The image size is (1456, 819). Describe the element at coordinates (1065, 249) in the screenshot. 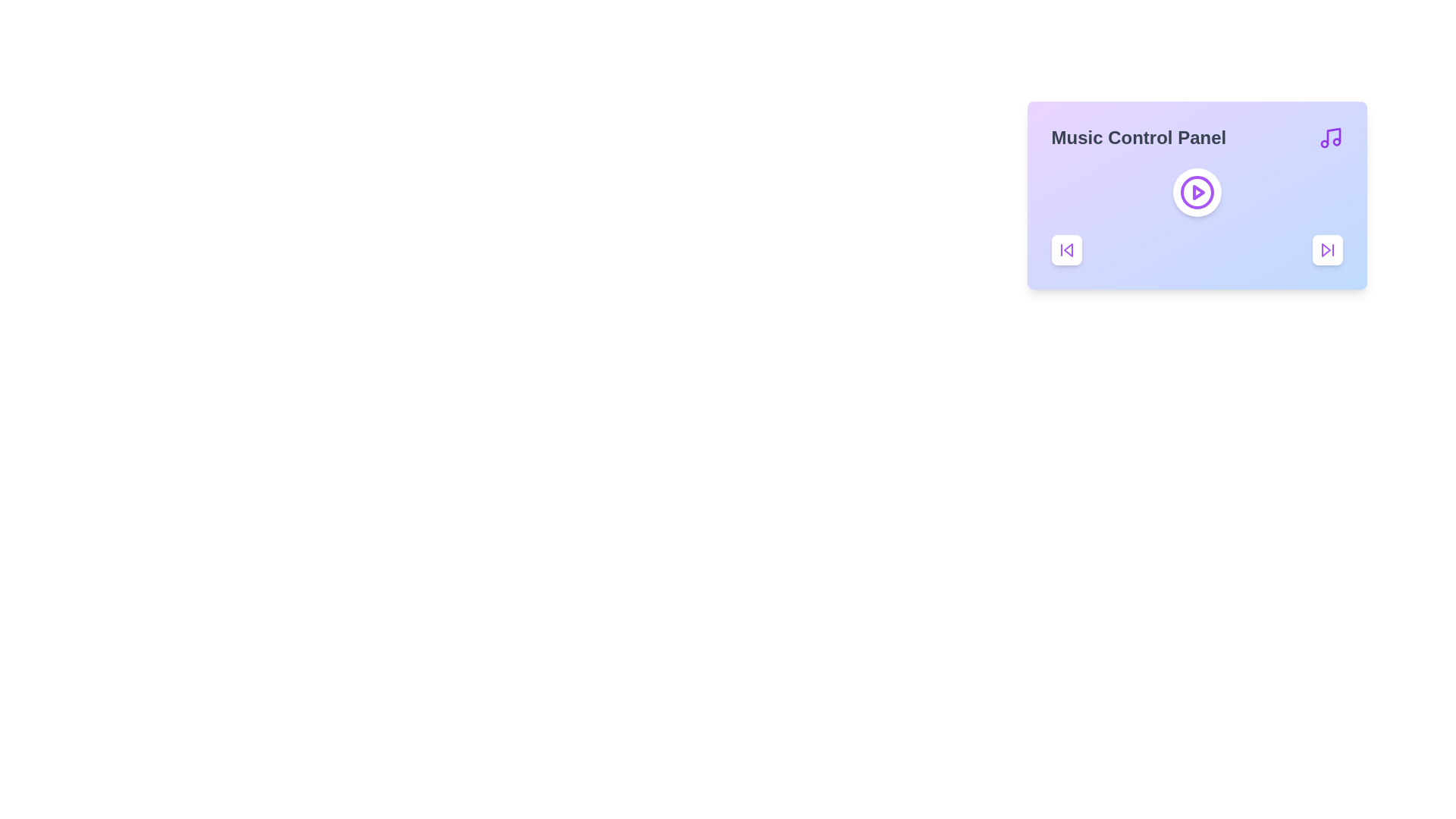

I see `the small square button with rounded corners and a purple left-pointing arrow symbol located at the bottom left corner of the music control panel` at that location.